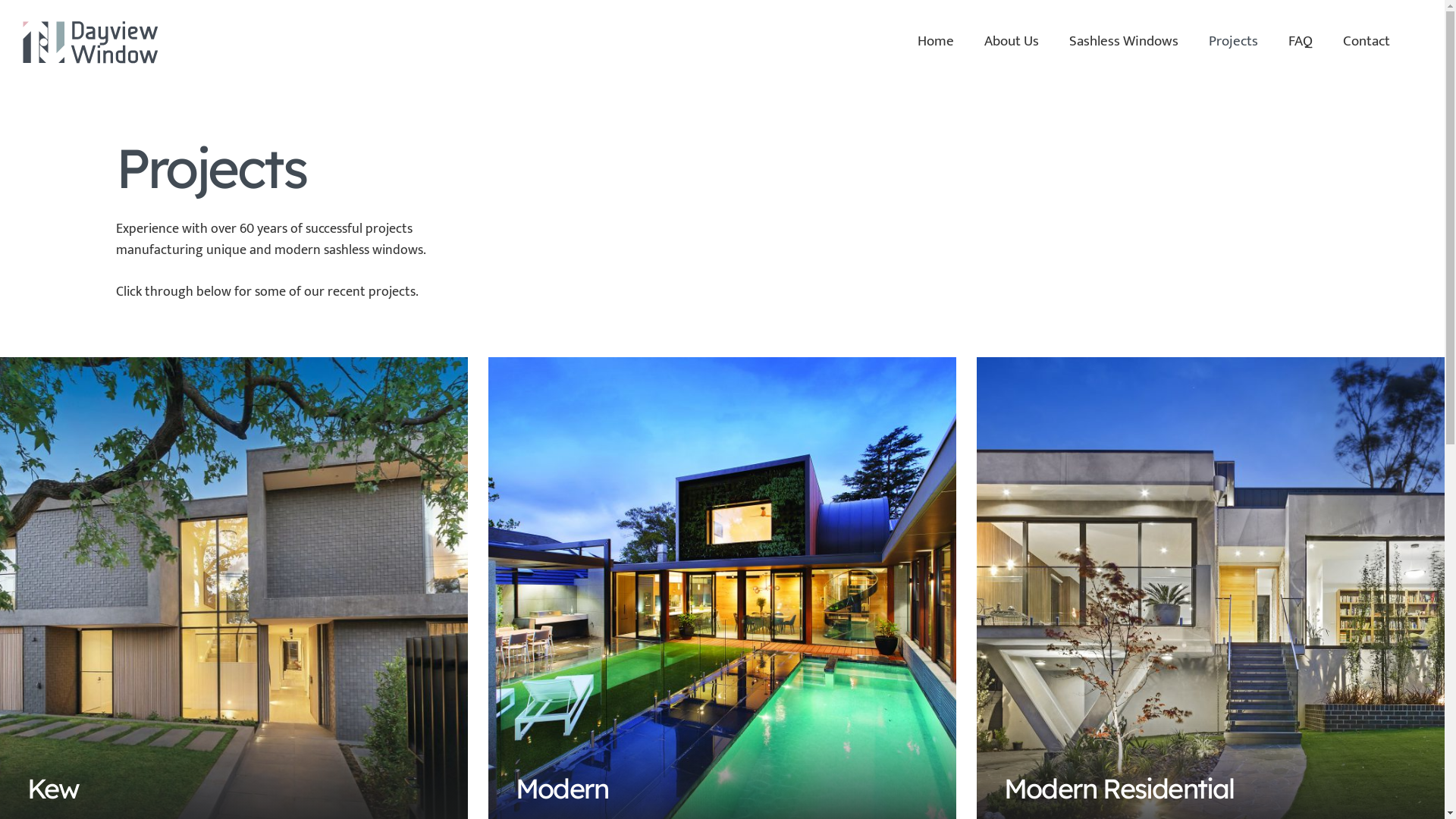  What do you see at coordinates (934, 40) in the screenshot?
I see `'Home'` at bounding box center [934, 40].